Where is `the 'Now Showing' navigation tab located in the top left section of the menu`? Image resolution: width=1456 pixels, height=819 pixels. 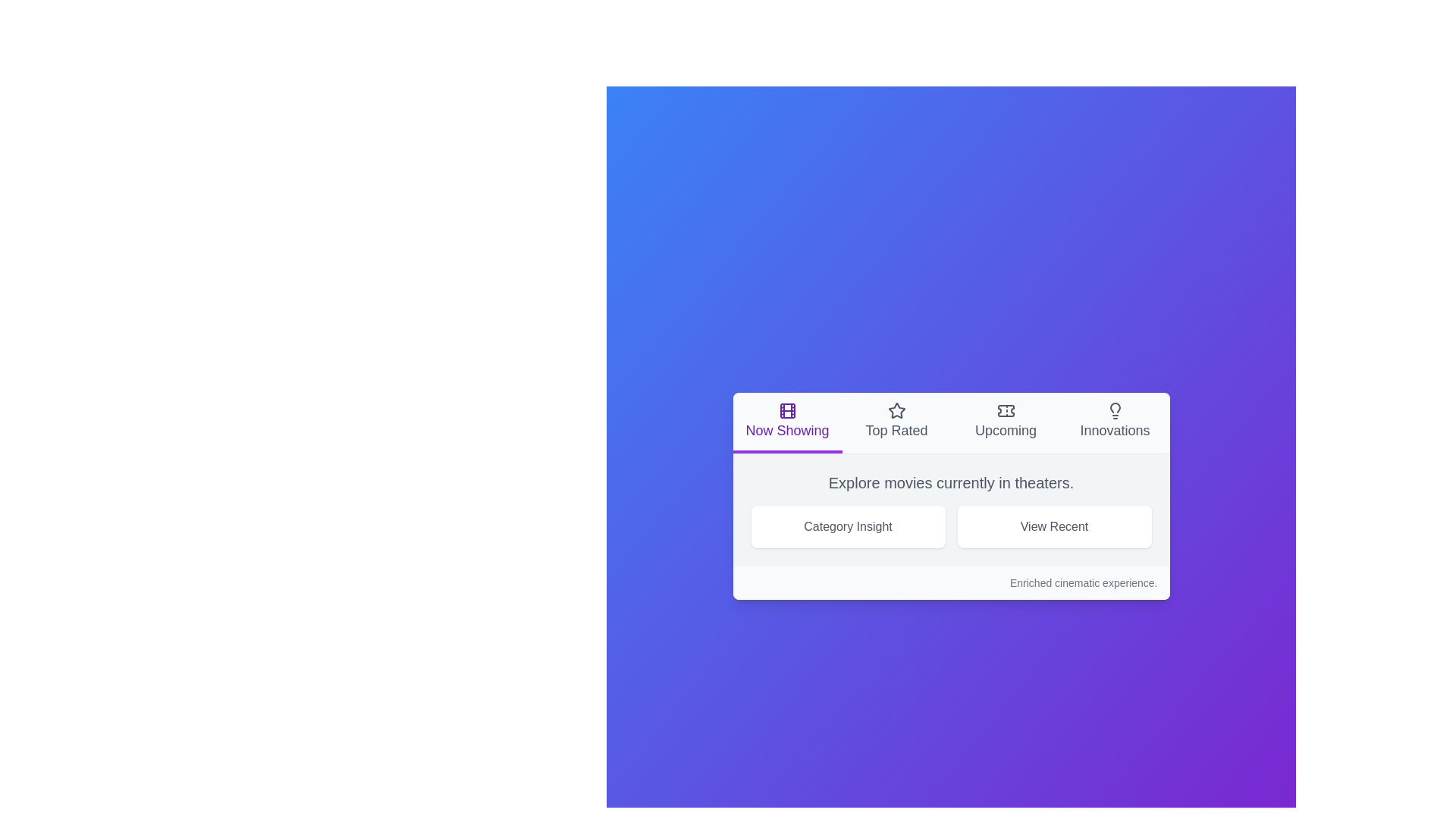 the 'Now Showing' navigation tab located in the top left section of the menu is located at coordinates (950, 423).